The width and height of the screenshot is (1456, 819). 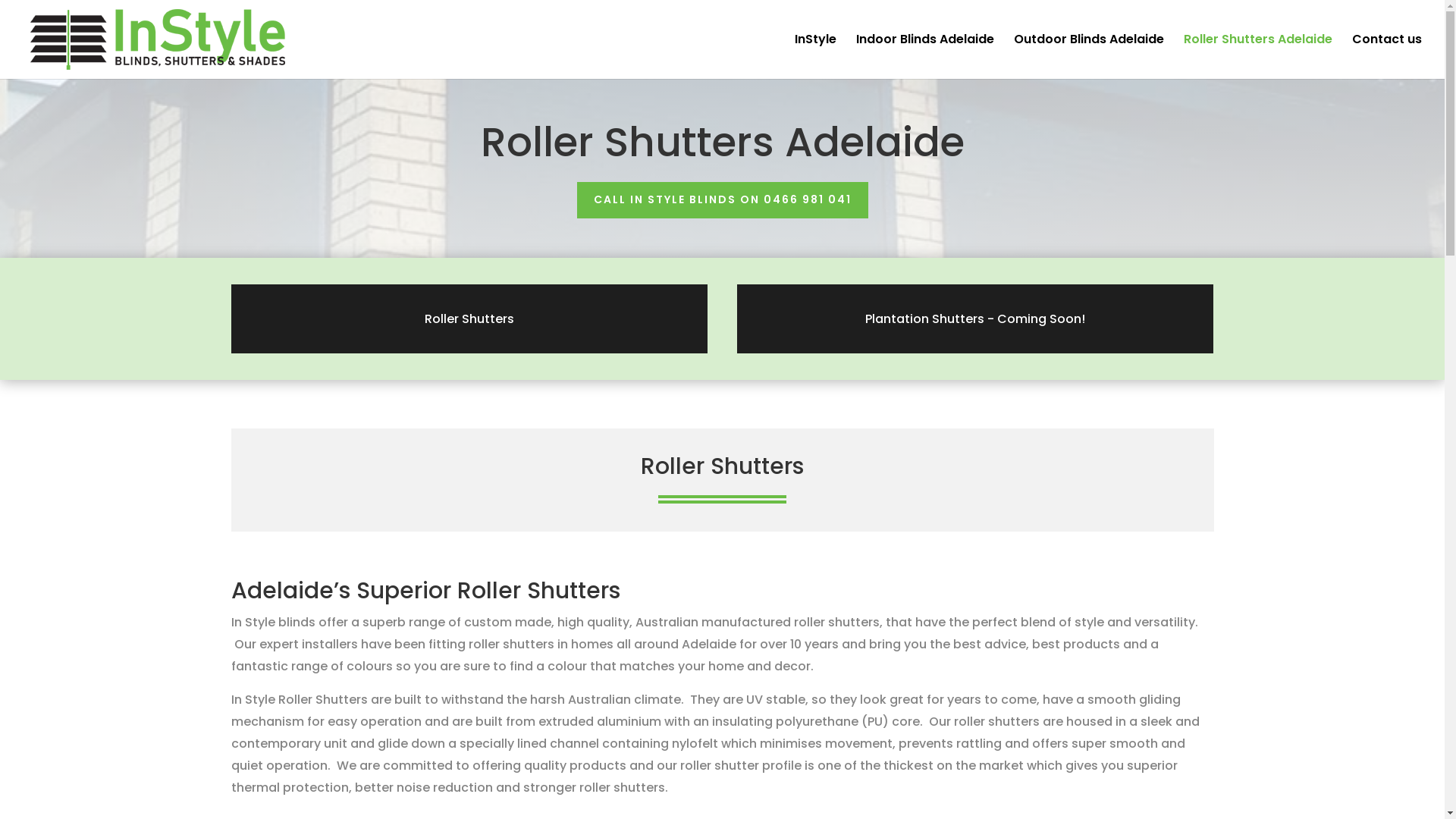 What do you see at coordinates (1087, 55) in the screenshot?
I see `'Outdoor Blinds Adelaide'` at bounding box center [1087, 55].